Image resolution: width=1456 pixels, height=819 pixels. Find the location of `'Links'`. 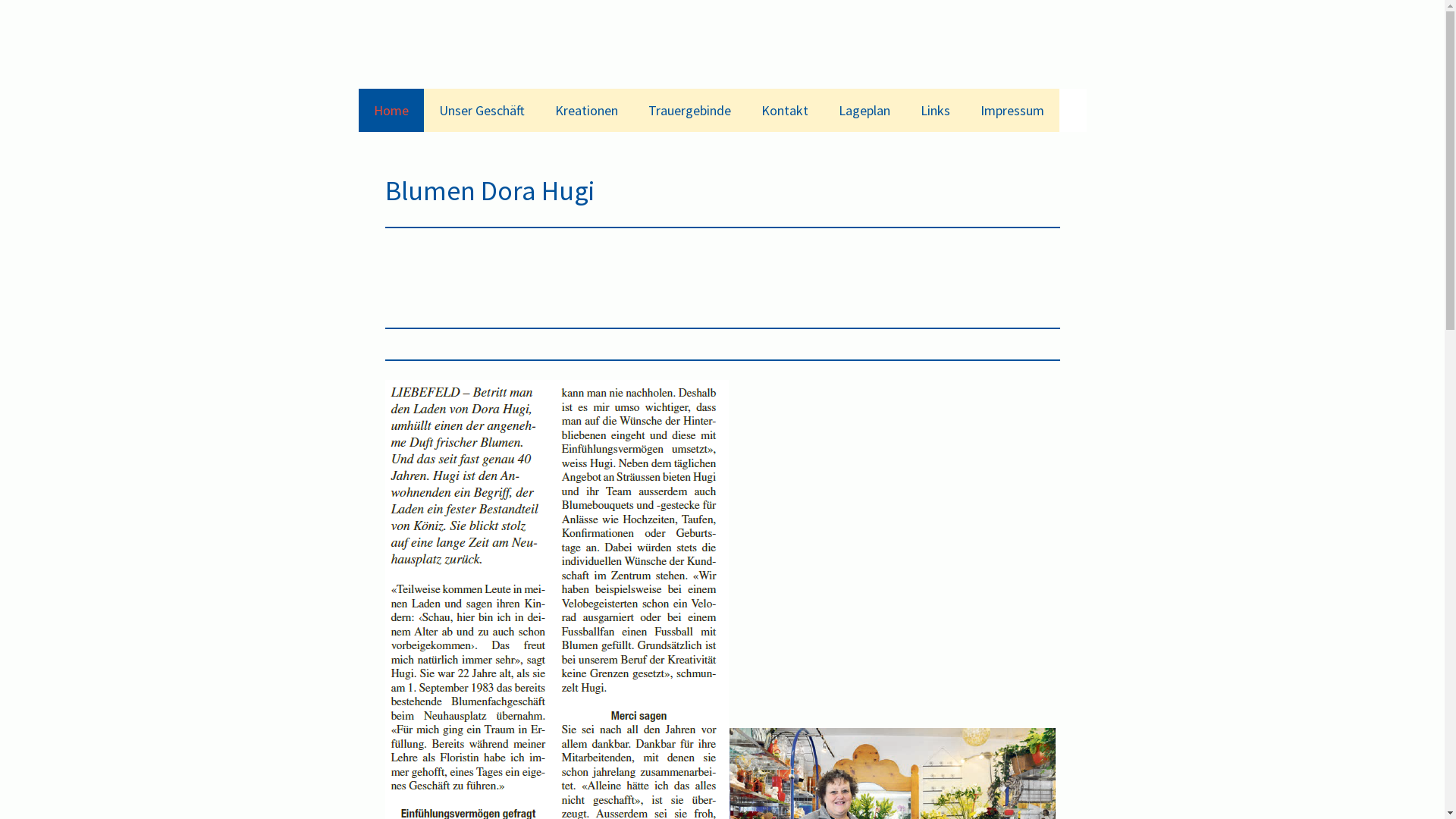

'Links' is located at coordinates (934, 109).